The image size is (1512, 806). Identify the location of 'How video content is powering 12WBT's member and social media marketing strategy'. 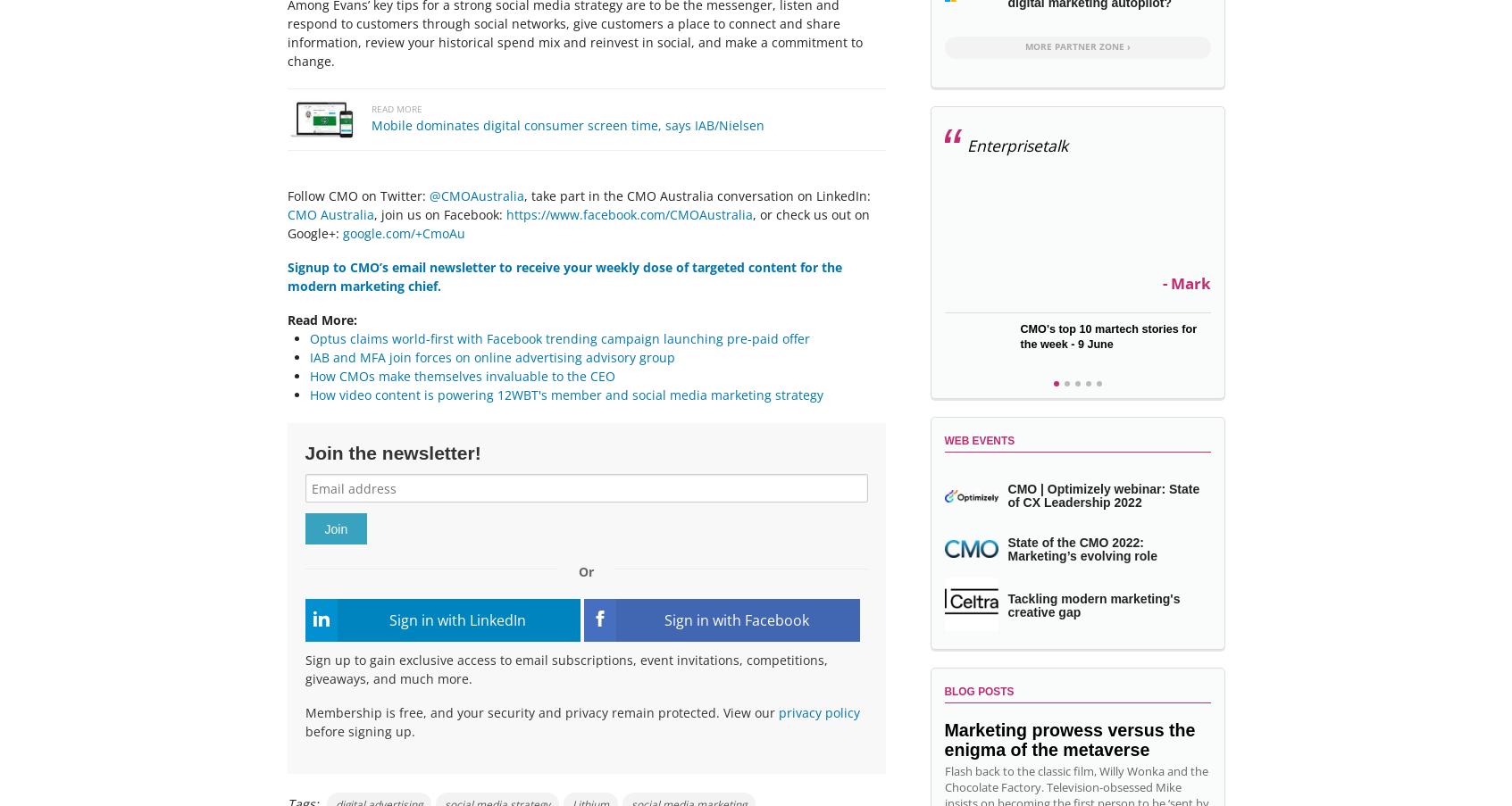
(565, 393).